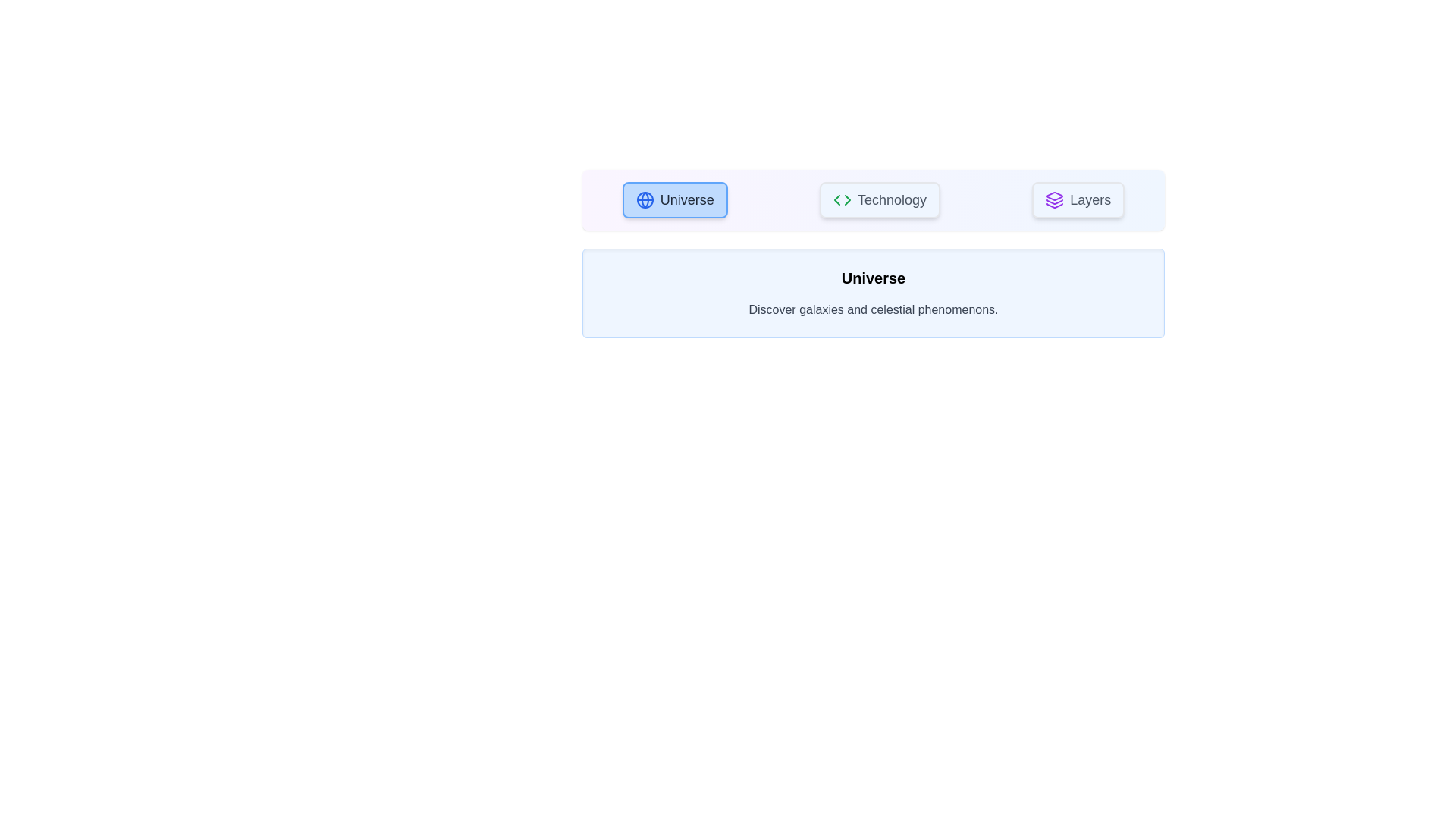 The image size is (1456, 819). Describe the element at coordinates (645, 199) in the screenshot. I see `the icon of the Universe tab` at that location.